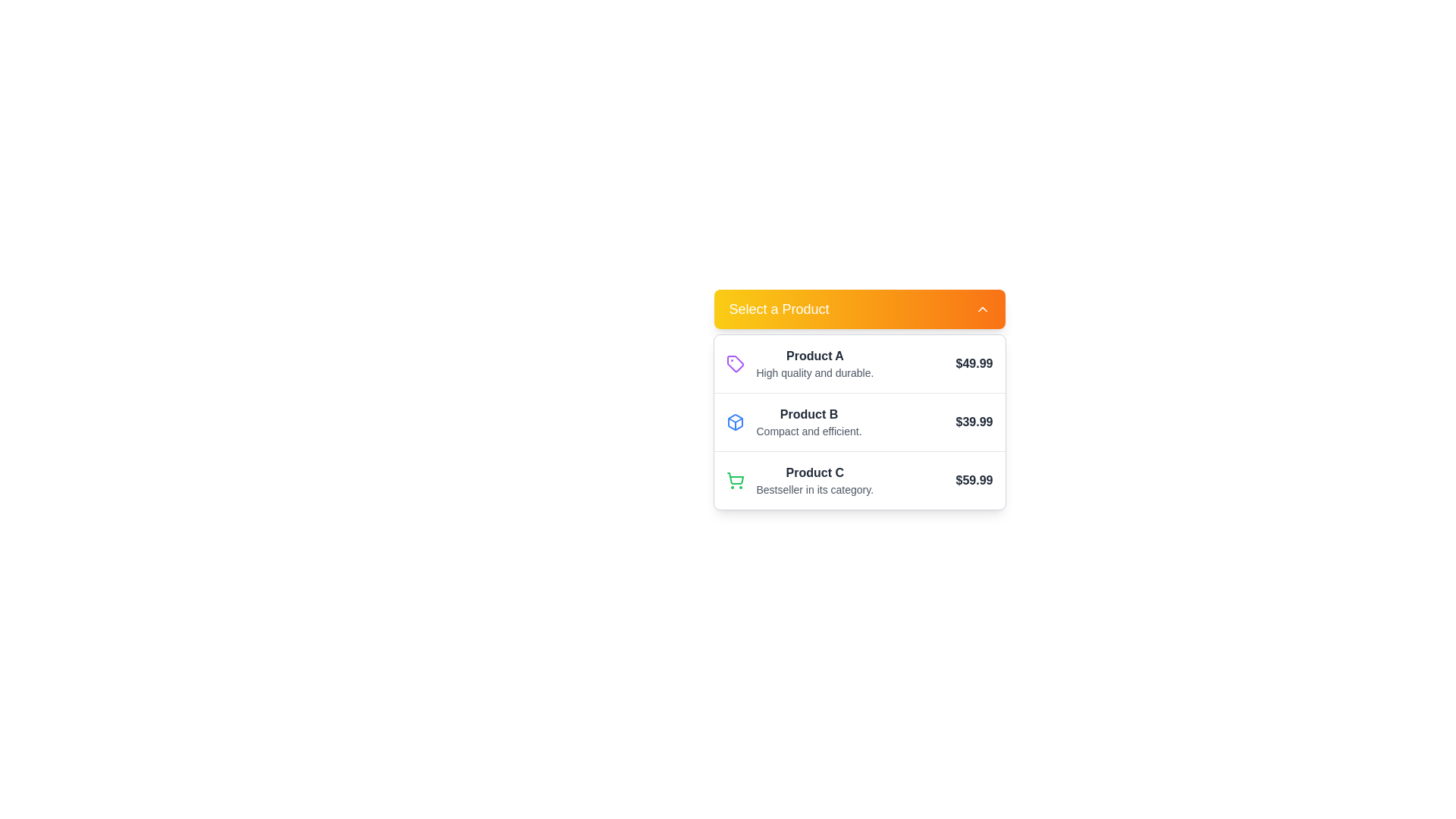 Image resolution: width=1456 pixels, height=819 pixels. What do you see at coordinates (735, 422) in the screenshot?
I see `the 3D cube icon styled in blue` at bounding box center [735, 422].